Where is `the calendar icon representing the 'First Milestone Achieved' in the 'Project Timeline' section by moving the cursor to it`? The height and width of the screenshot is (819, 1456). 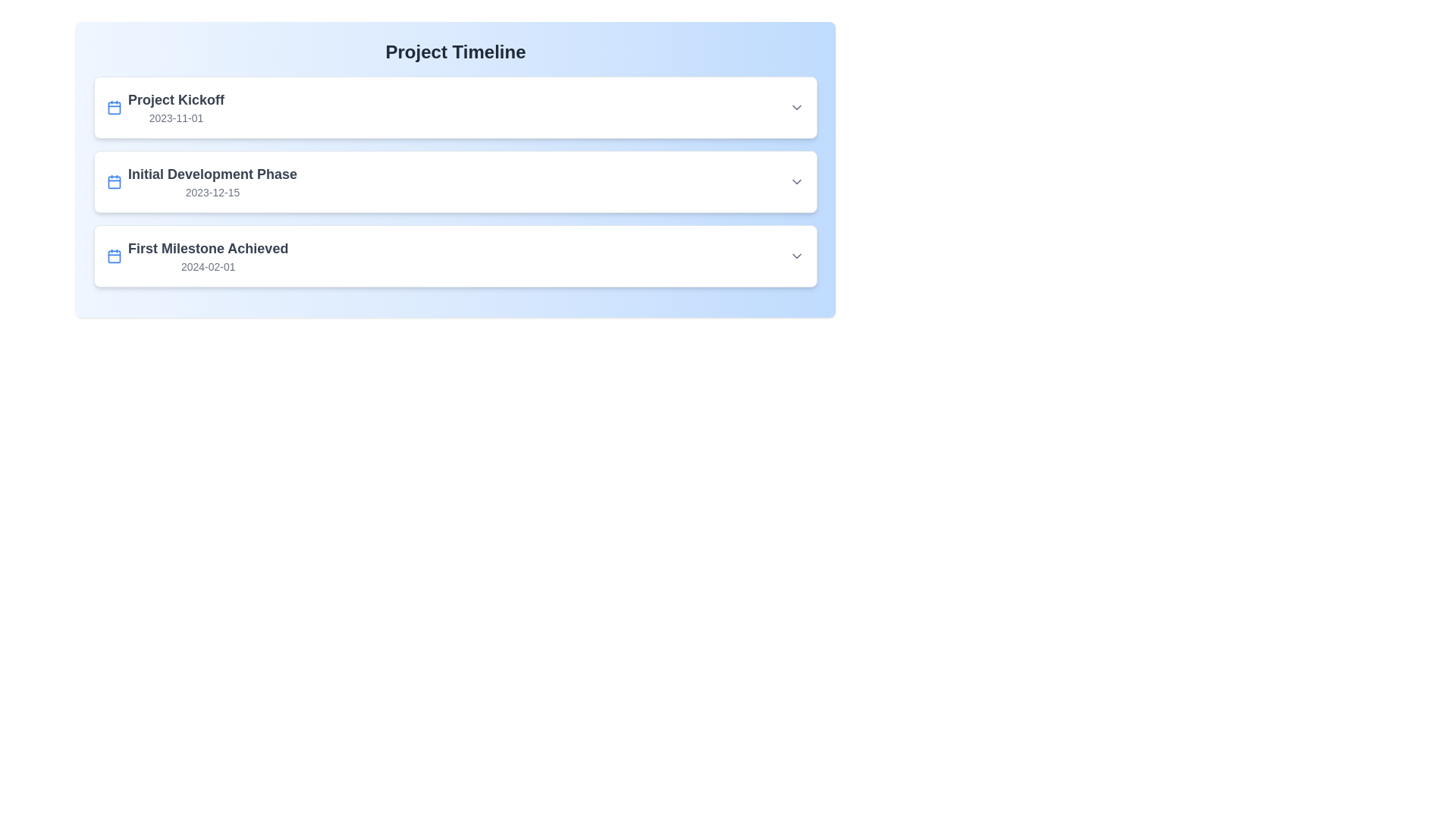 the calendar icon representing the 'First Milestone Achieved' in the 'Project Timeline' section by moving the cursor to it is located at coordinates (113, 256).